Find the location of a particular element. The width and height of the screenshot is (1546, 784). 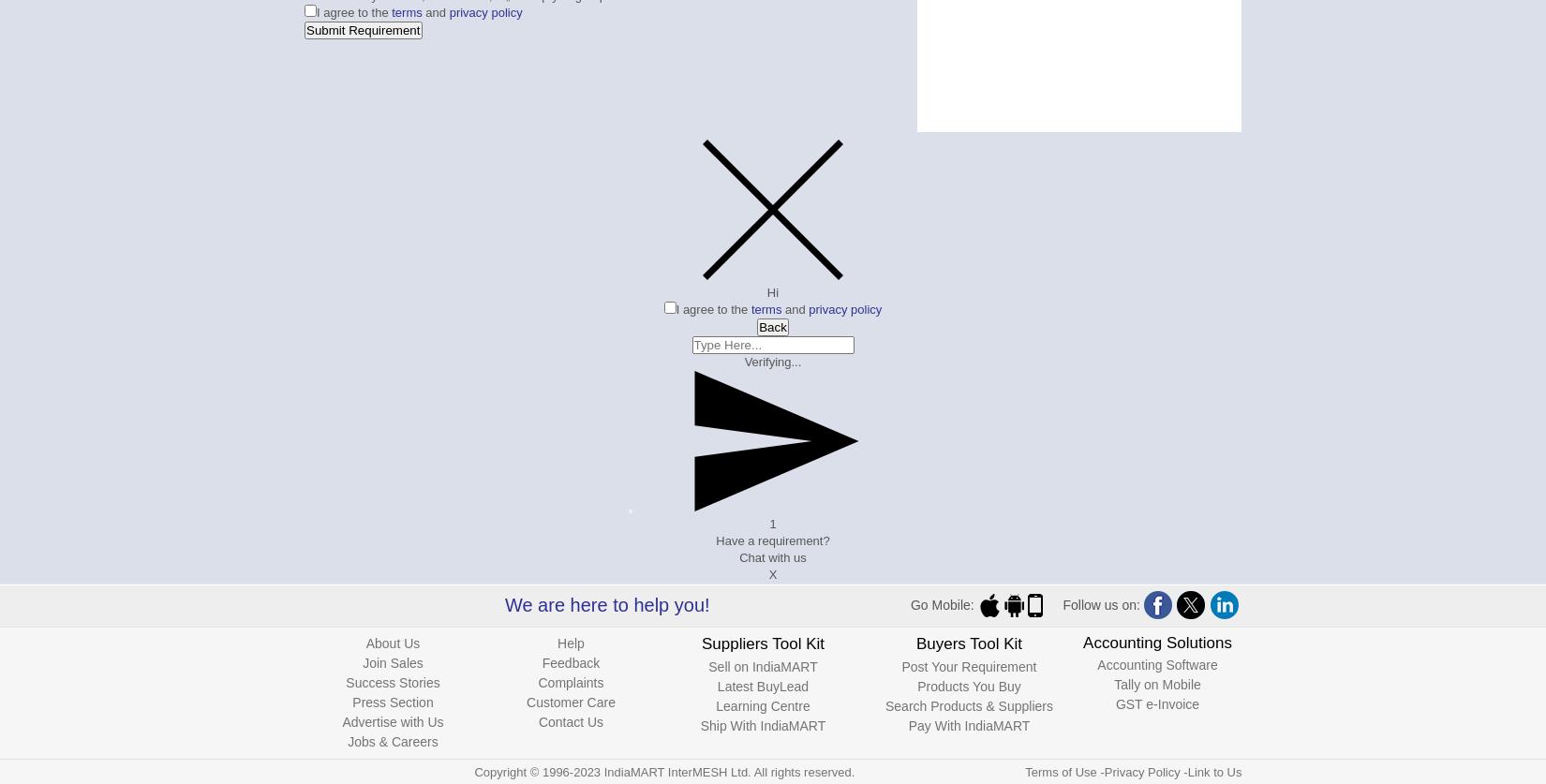

'X' is located at coordinates (771, 574).